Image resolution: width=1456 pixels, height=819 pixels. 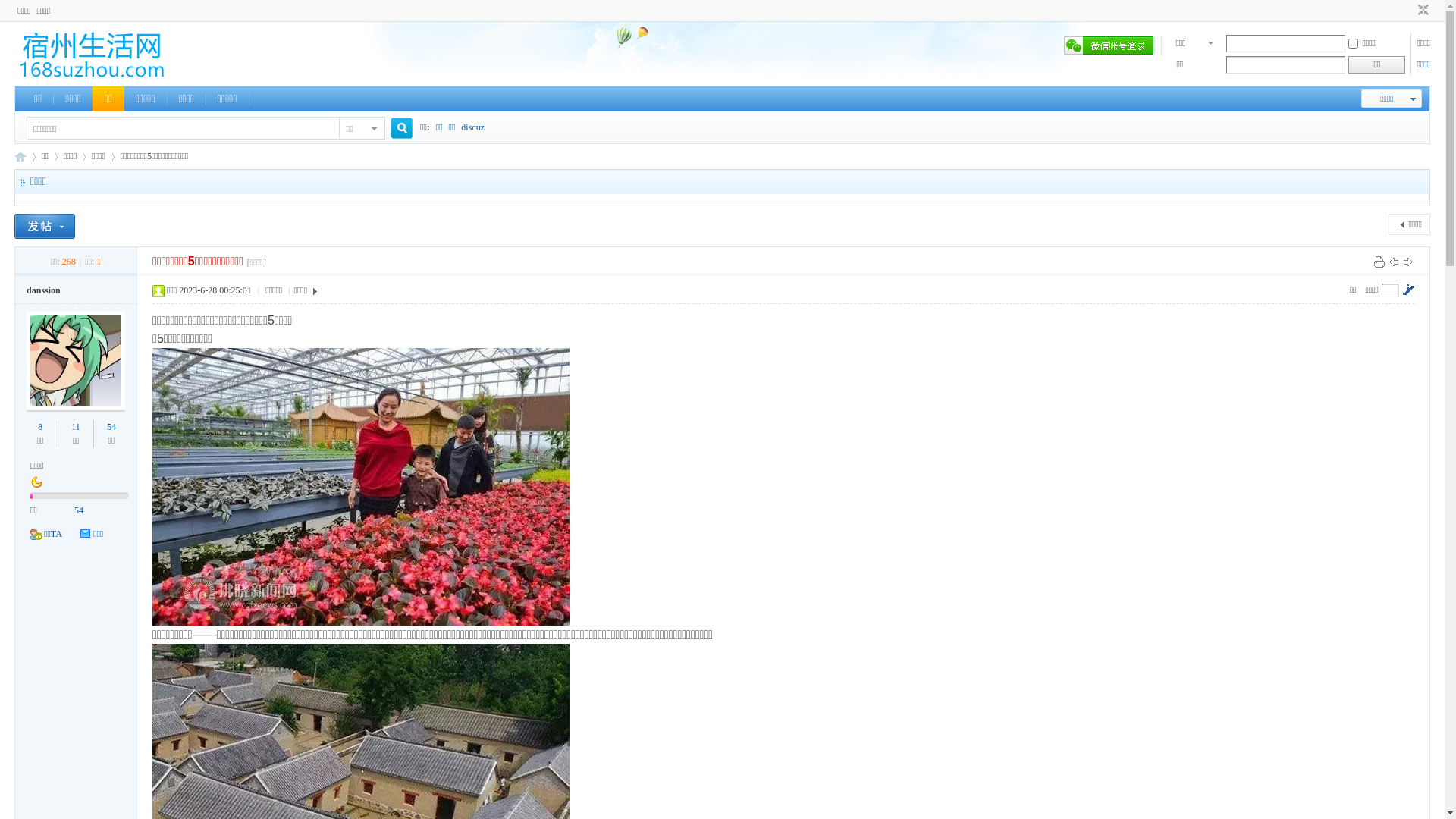 I want to click on 'danssion', so click(x=43, y=290).